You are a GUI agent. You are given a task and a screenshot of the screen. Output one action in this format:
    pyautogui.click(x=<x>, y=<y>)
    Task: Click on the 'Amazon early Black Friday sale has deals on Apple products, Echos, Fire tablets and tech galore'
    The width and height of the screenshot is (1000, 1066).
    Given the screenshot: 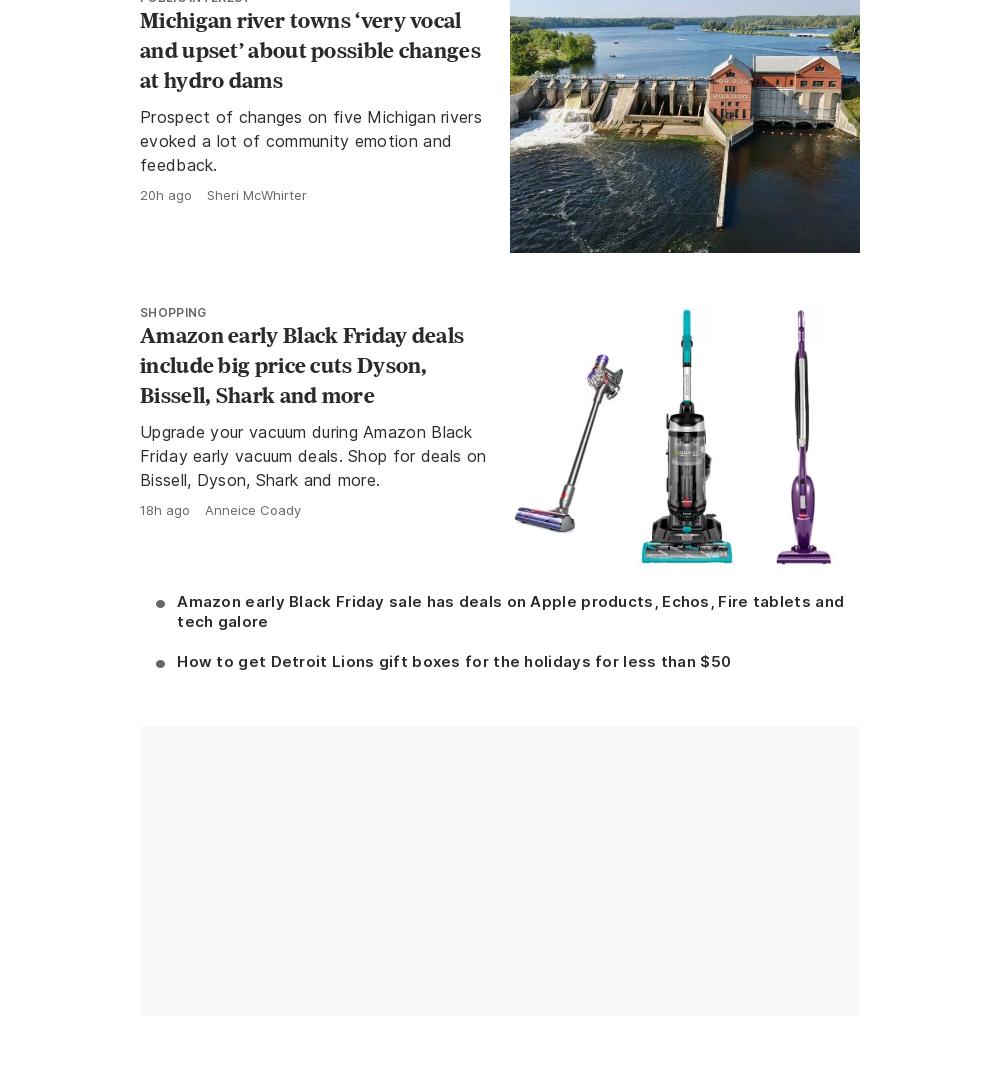 What is the action you would take?
    pyautogui.click(x=177, y=609)
    